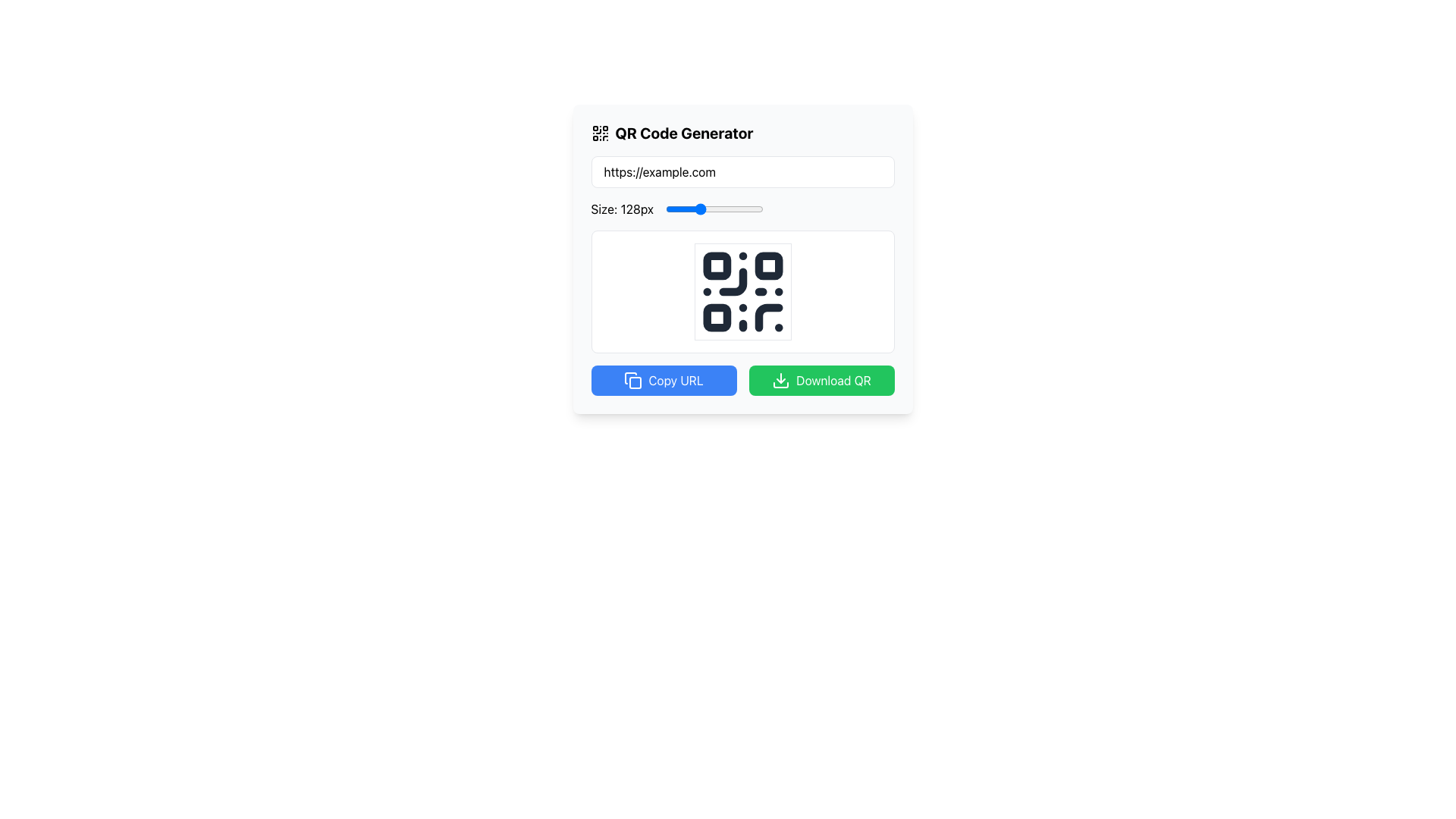 The image size is (1456, 819). What do you see at coordinates (707, 209) in the screenshot?
I see `the QR code size` at bounding box center [707, 209].